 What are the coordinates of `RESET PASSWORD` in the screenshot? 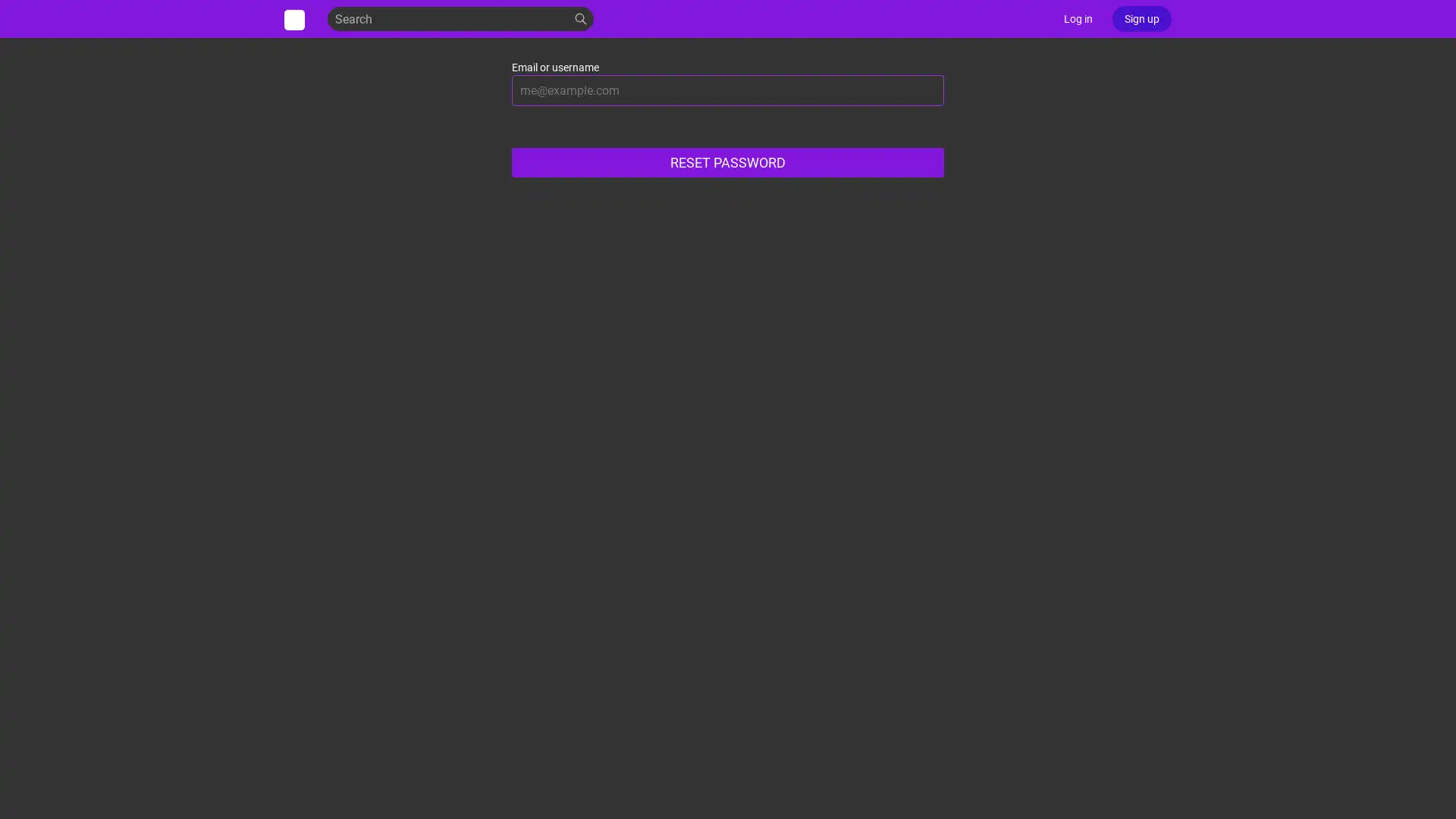 It's located at (728, 162).